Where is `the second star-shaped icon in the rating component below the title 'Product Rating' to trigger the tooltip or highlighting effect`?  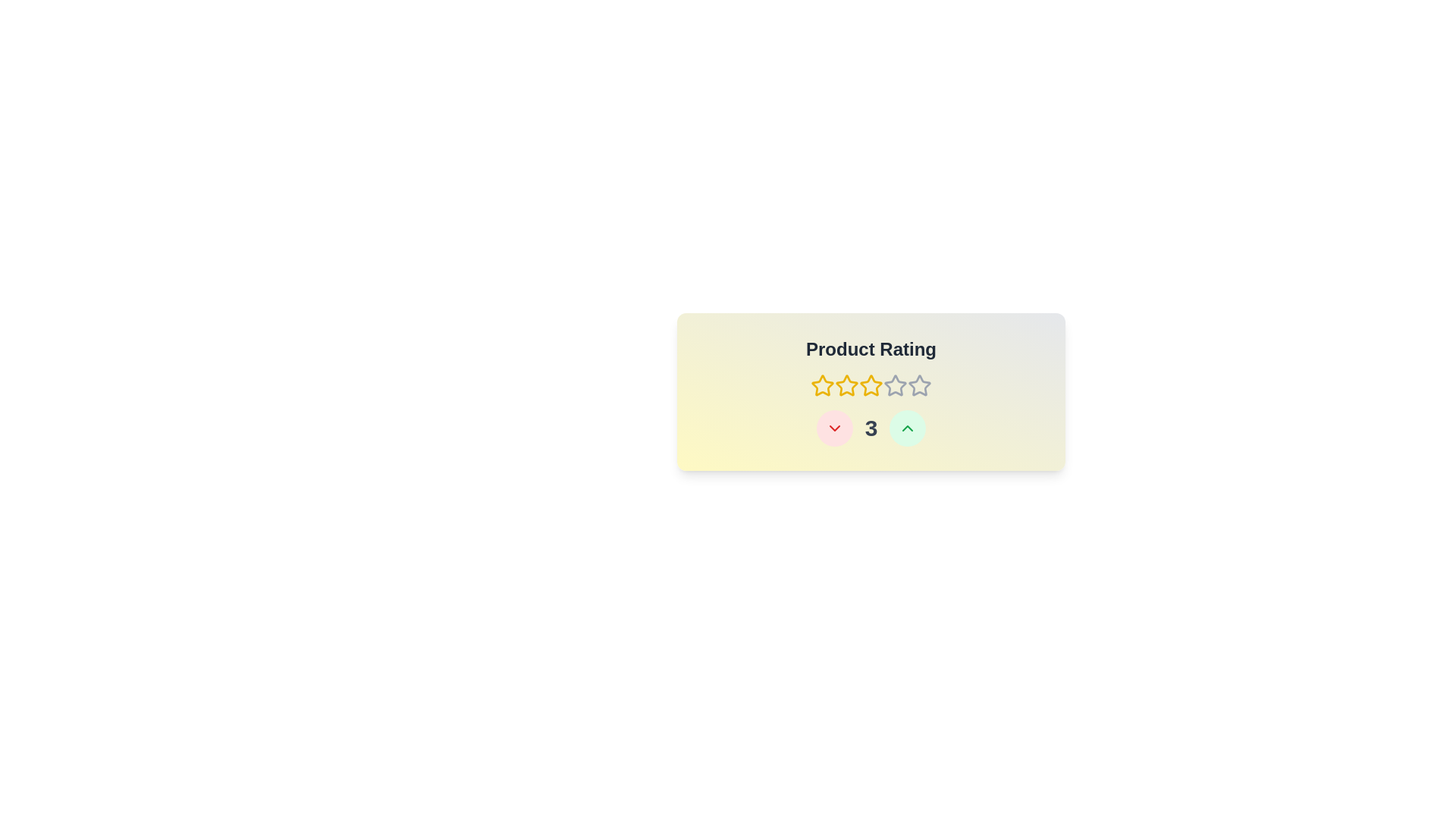 the second star-shaped icon in the rating component below the title 'Product Rating' to trigger the tooltip or highlighting effect is located at coordinates (846, 384).